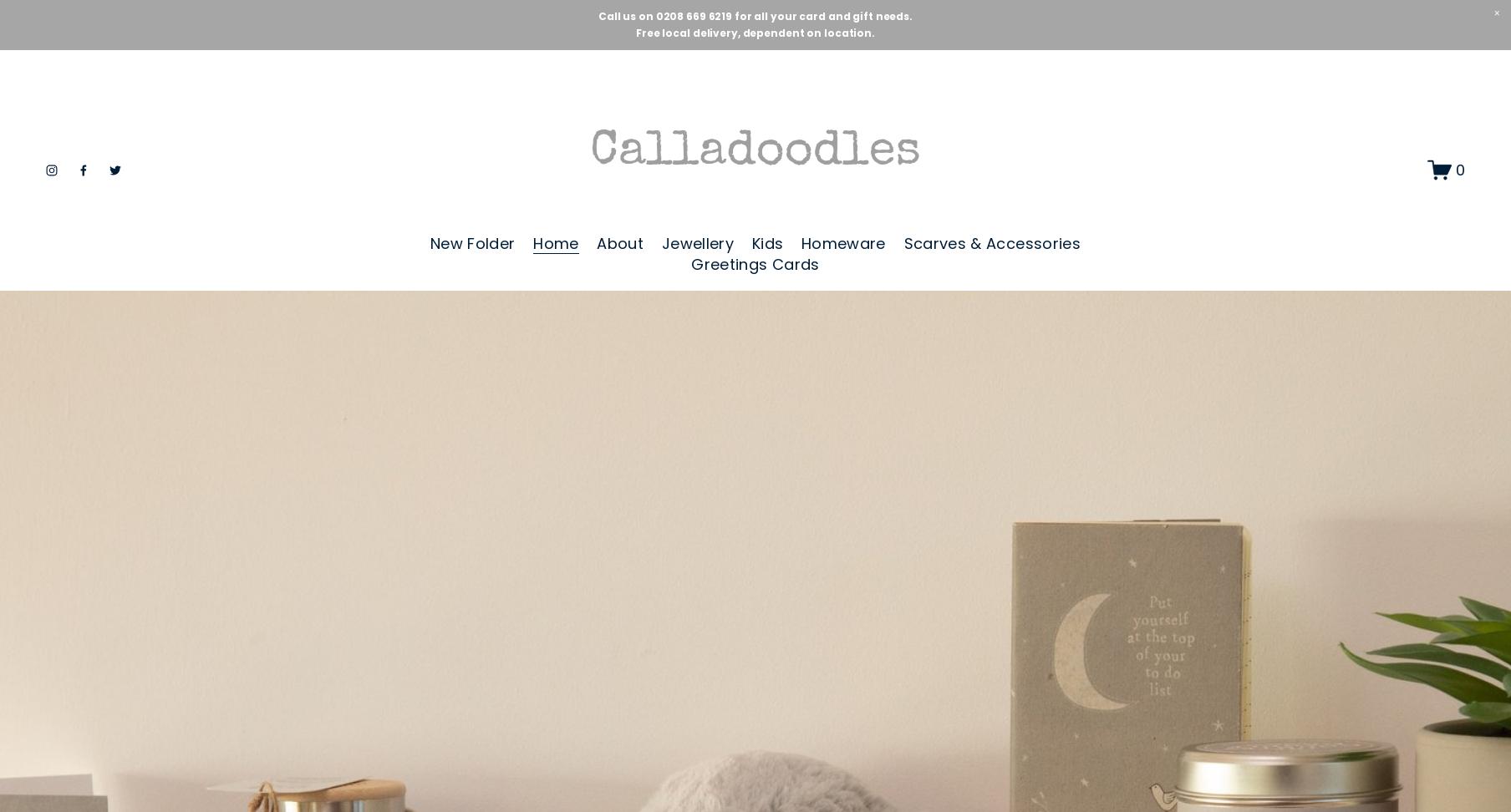 The height and width of the screenshot is (812, 1511). Describe the element at coordinates (842, 243) in the screenshot. I see `'Homeware'` at that location.